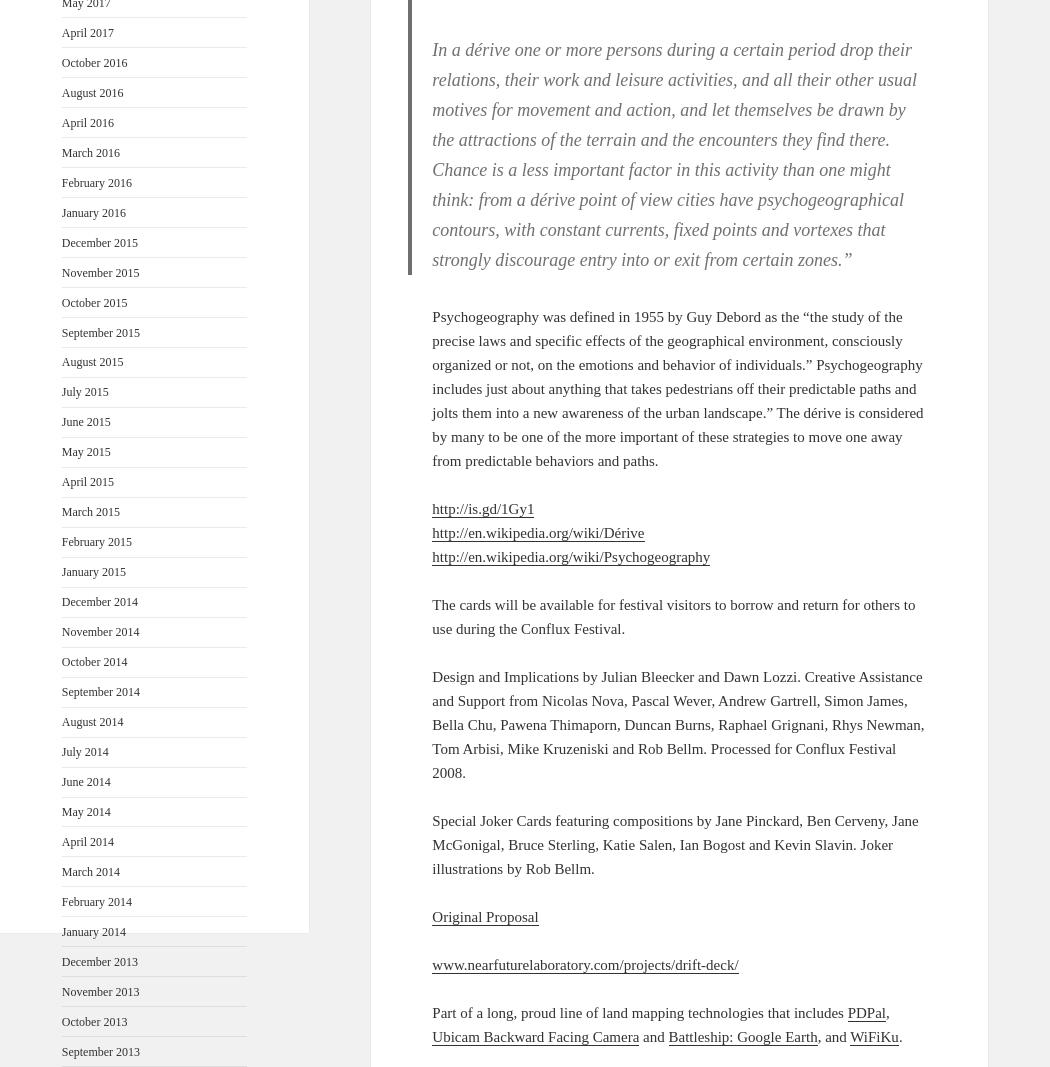  Describe the element at coordinates (93, 60) in the screenshot. I see `'October 2016'` at that location.